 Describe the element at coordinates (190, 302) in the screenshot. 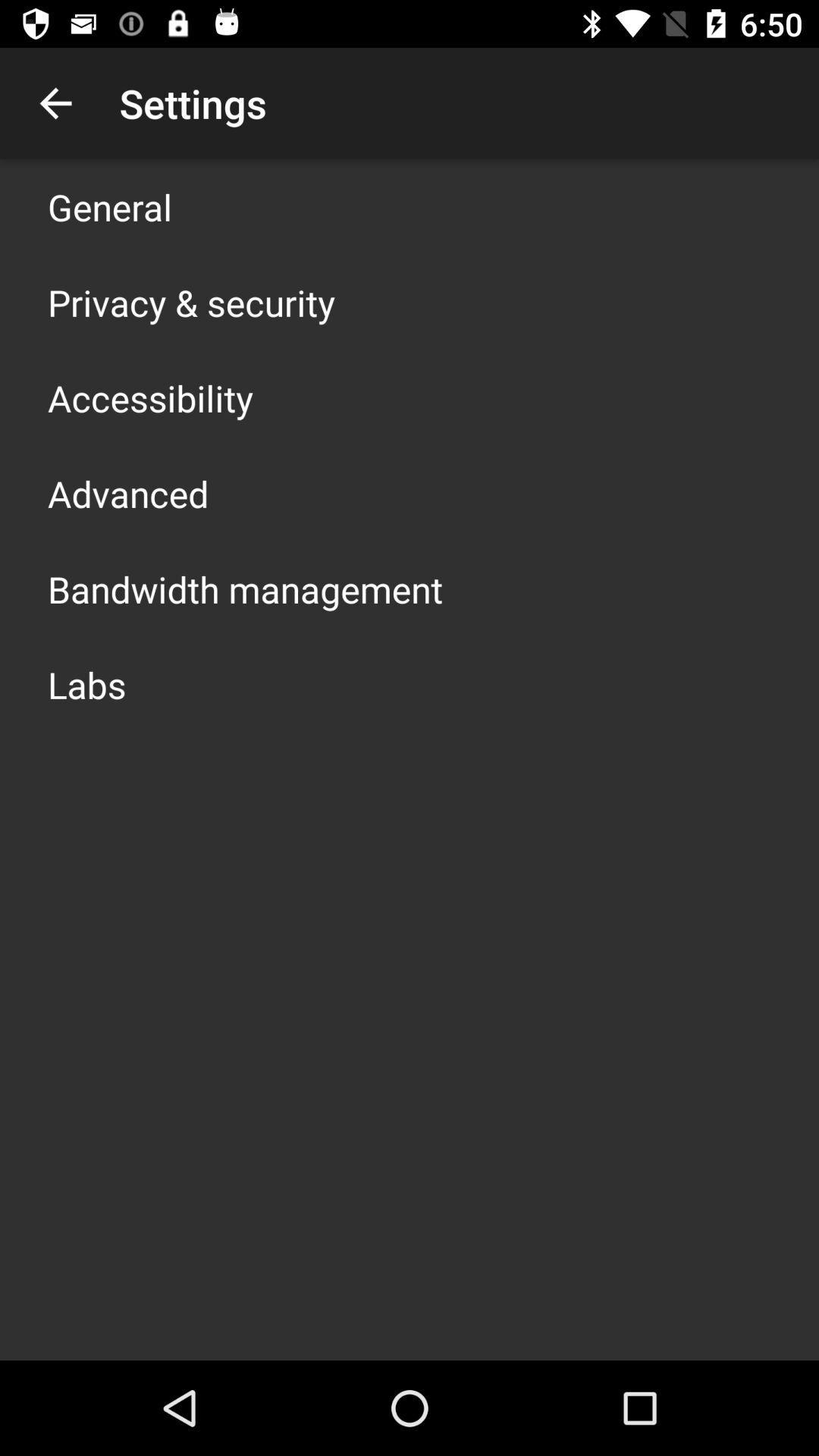

I see `app above accessibility icon` at that location.